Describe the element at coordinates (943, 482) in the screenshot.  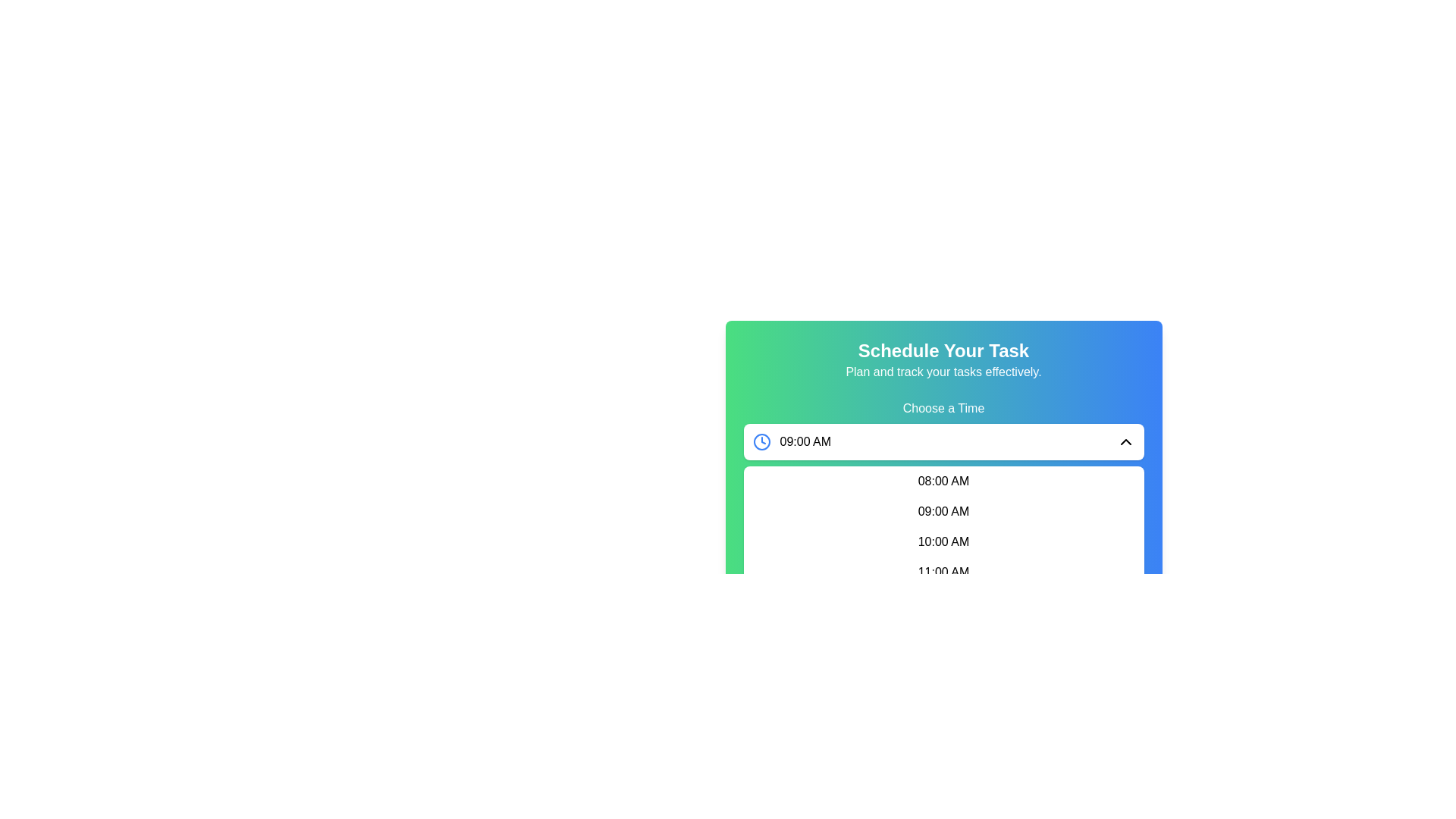
I see `the selectable list item displaying '08:00 AM', which is the first item` at that location.